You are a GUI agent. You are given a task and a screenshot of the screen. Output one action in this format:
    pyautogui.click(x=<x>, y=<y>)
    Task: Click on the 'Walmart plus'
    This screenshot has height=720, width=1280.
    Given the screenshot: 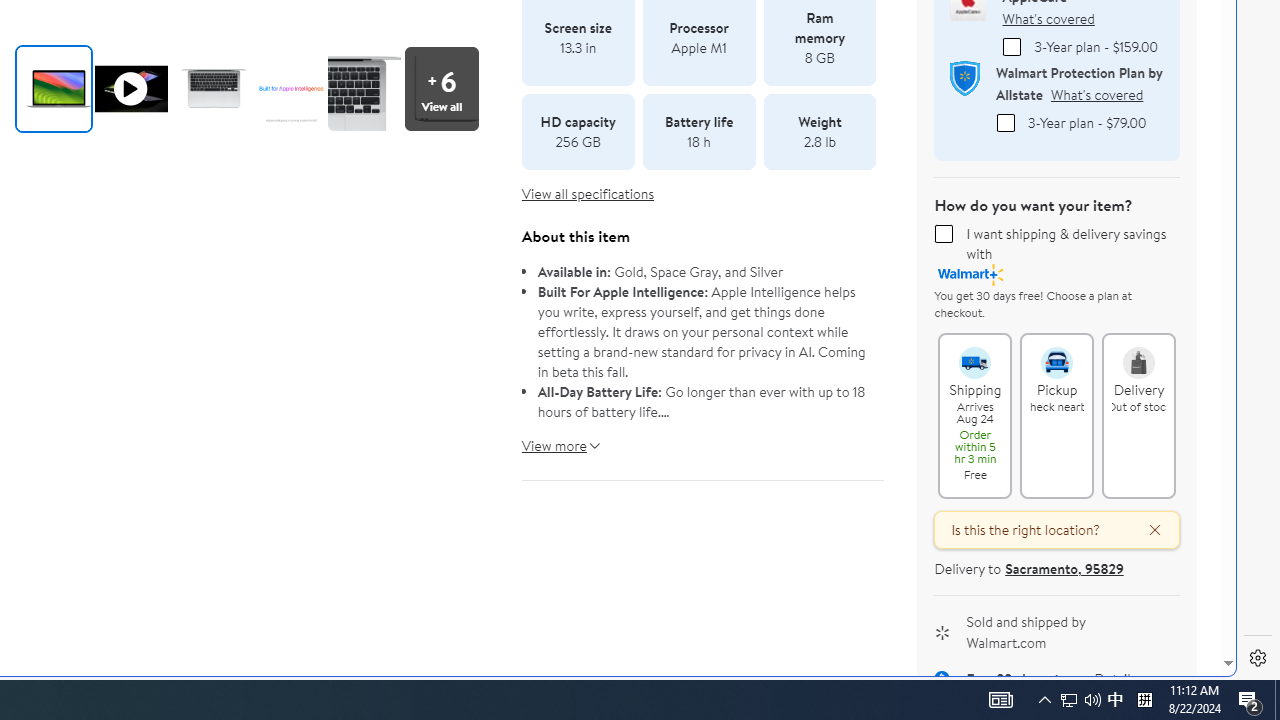 What is the action you would take?
    pyautogui.click(x=971, y=275)
    